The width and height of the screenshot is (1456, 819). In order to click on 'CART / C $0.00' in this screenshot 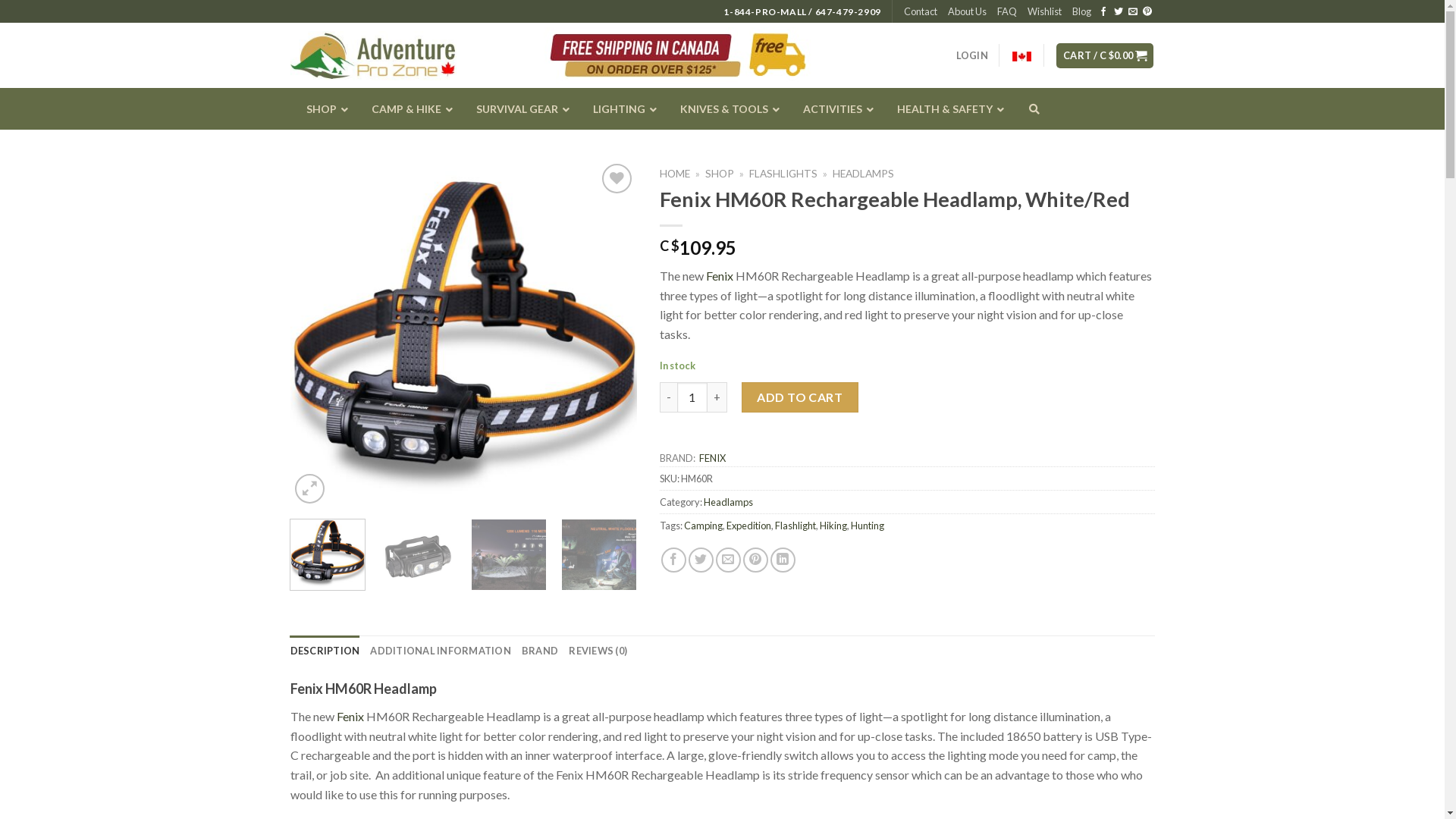, I will do `click(1105, 55)`.